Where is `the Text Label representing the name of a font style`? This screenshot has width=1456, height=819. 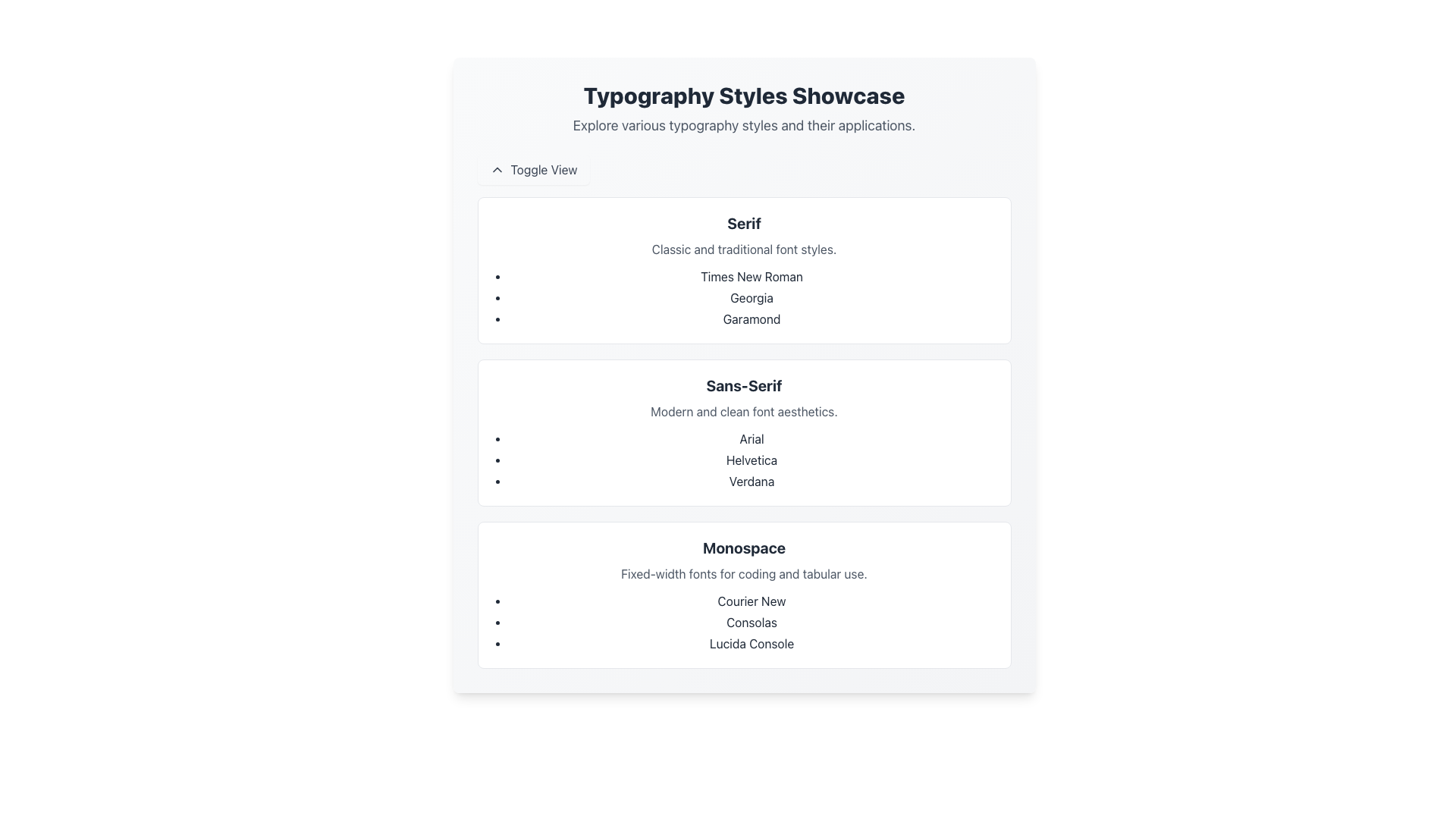
the Text Label representing the name of a font style is located at coordinates (752, 318).